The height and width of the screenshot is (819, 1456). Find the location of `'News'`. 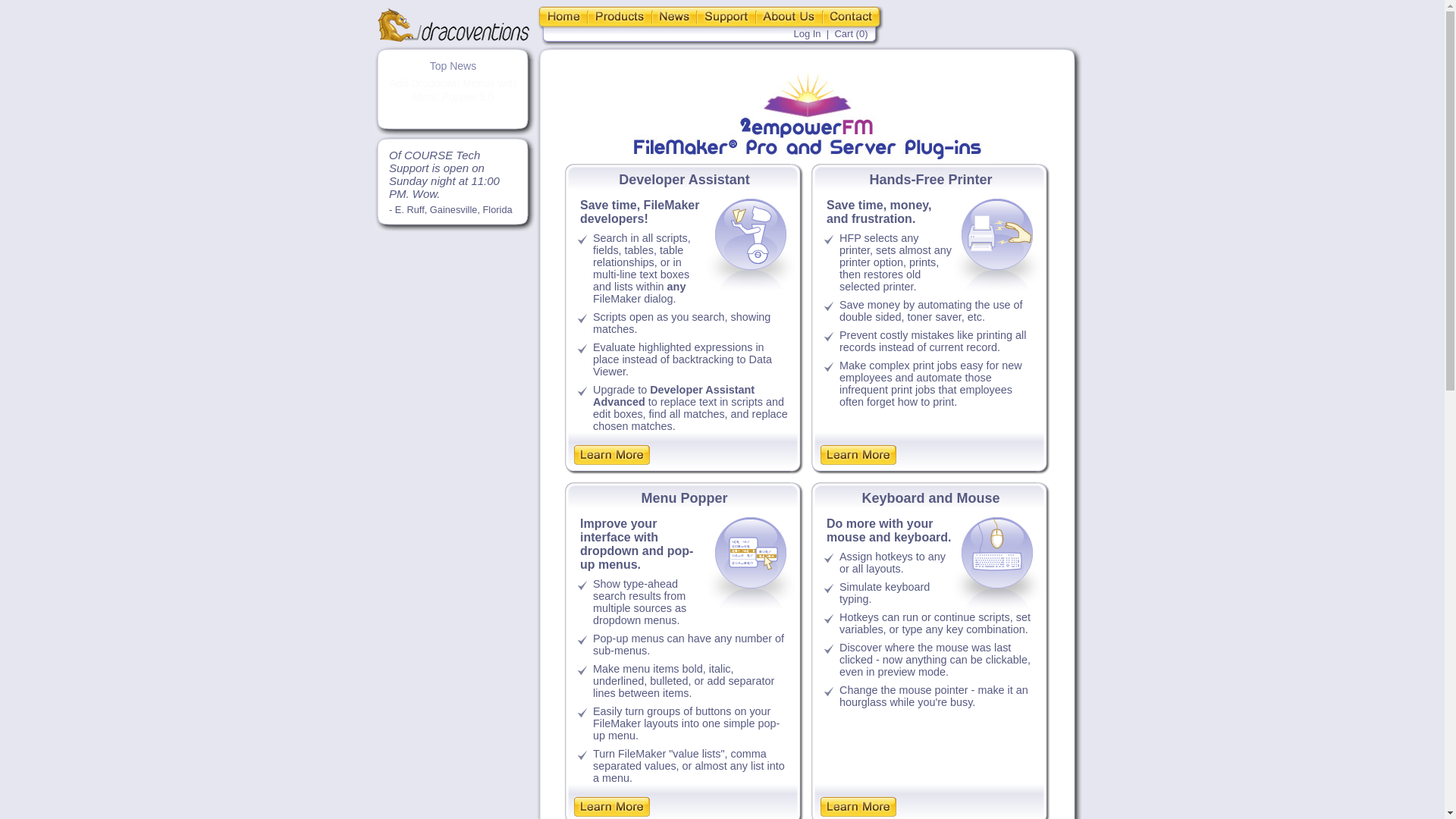

'News' is located at coordinates (673, 16).